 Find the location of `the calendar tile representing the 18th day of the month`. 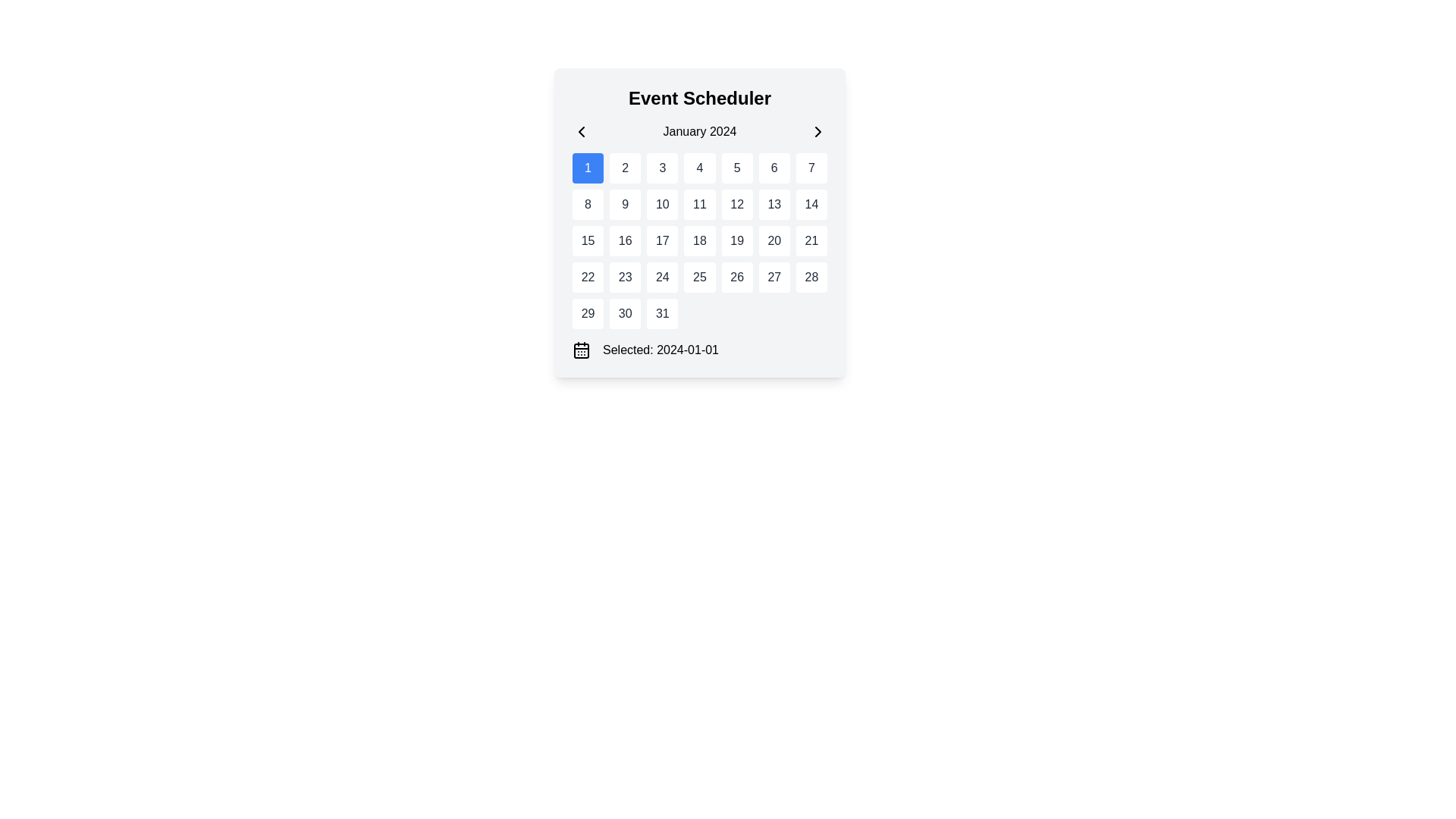

the calendar tile representing the 18th day of the month is located at coordinates (698, 240).